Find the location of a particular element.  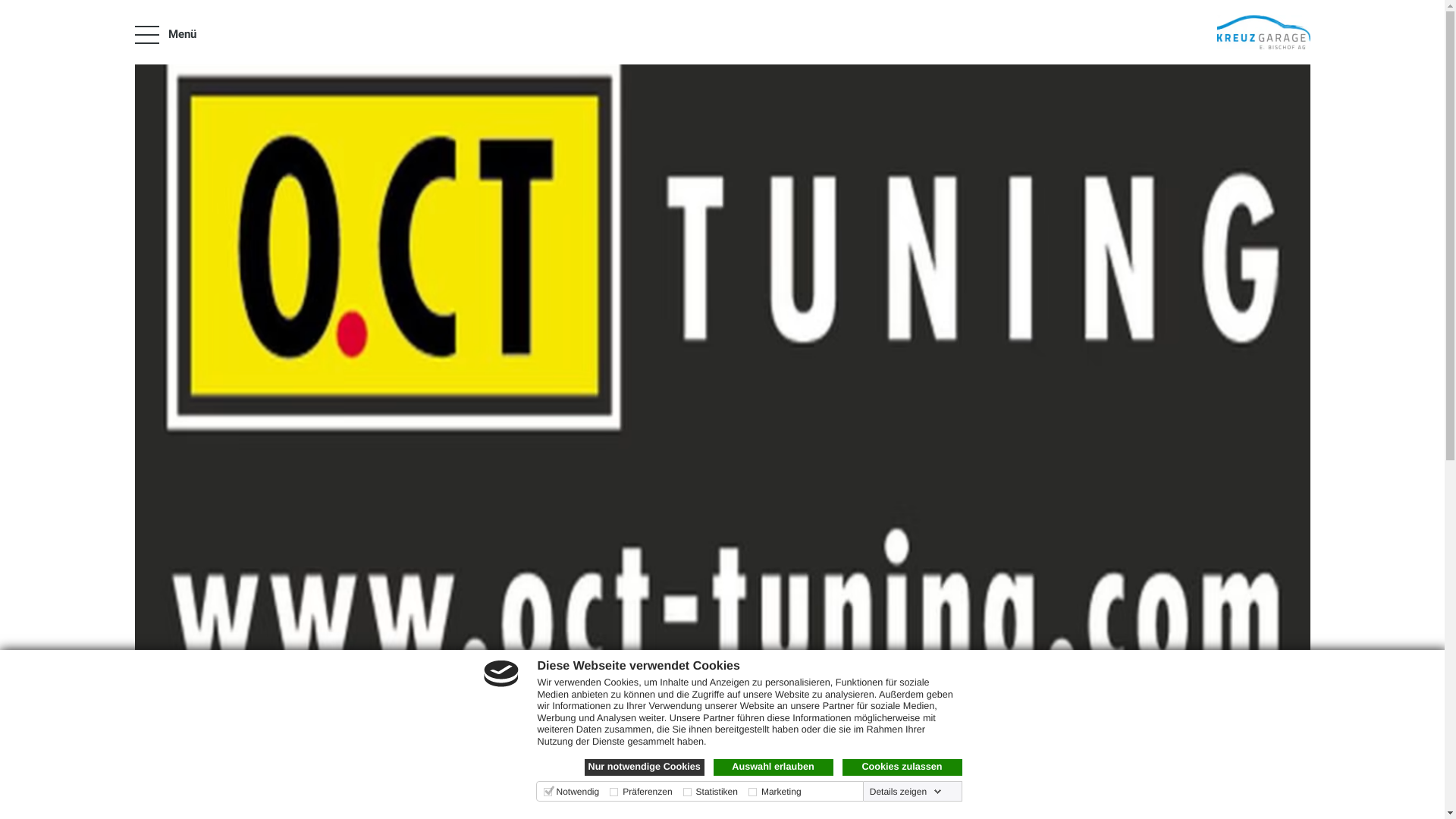

'Cookies zulassen' is located at coordinates (902, 767).